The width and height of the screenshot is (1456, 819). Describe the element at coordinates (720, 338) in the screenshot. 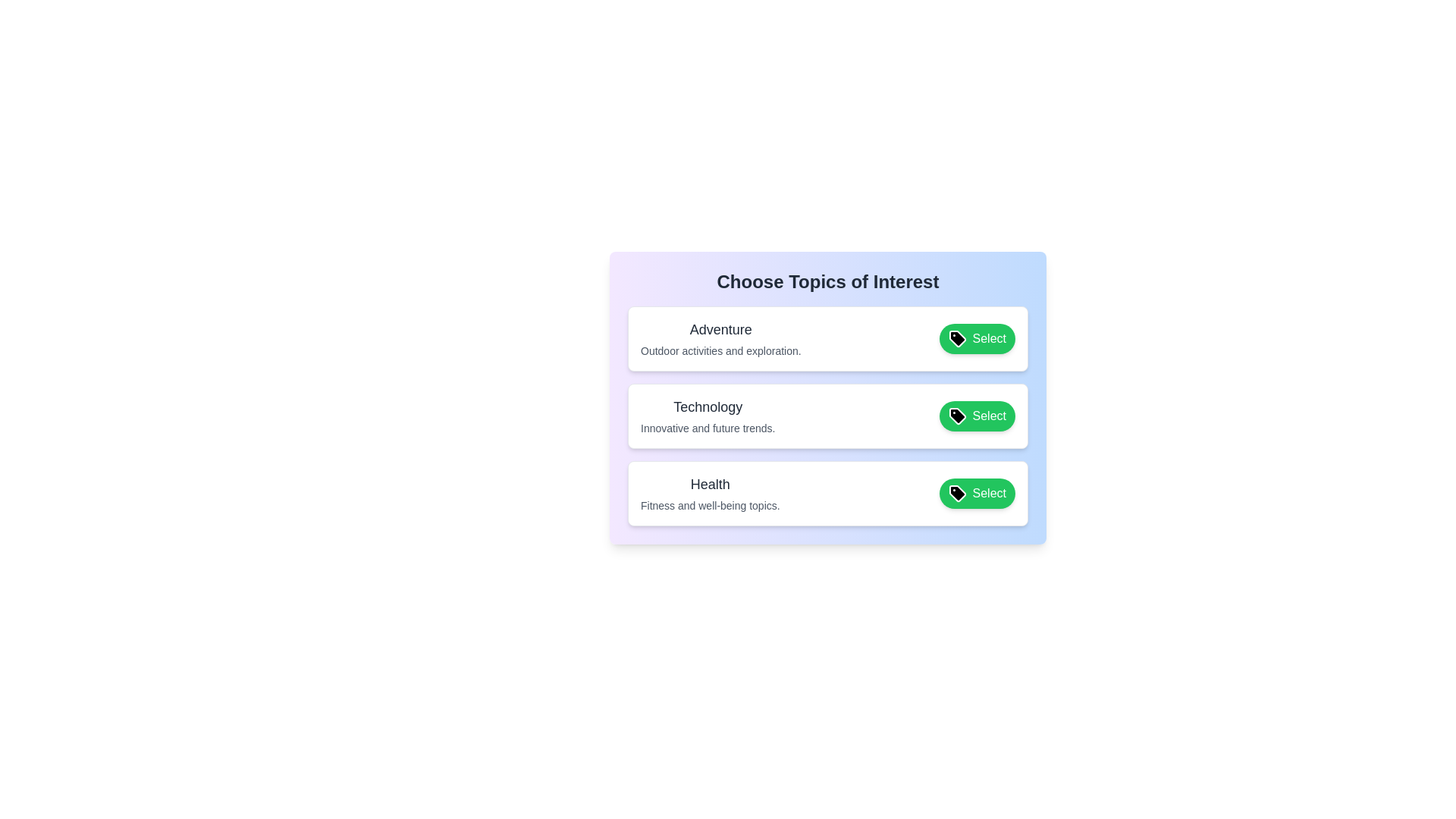

I see `the tag item labeled 'Adventure'` at that location.